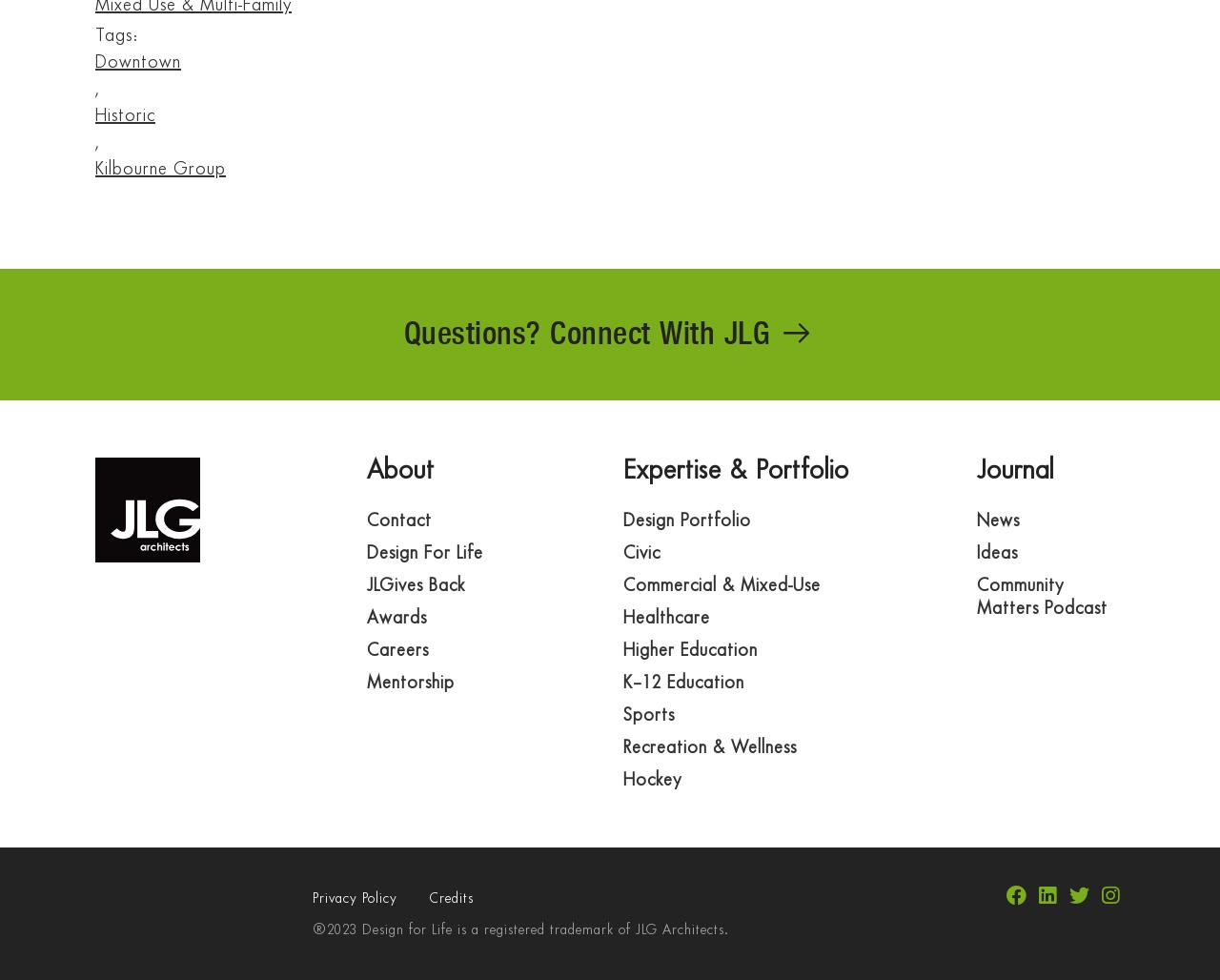 This screenshot has height=980, width=1220. Describe the element at coordinates (355, 898) in the screenshot. I see `'Privacy Policy'` at that location.